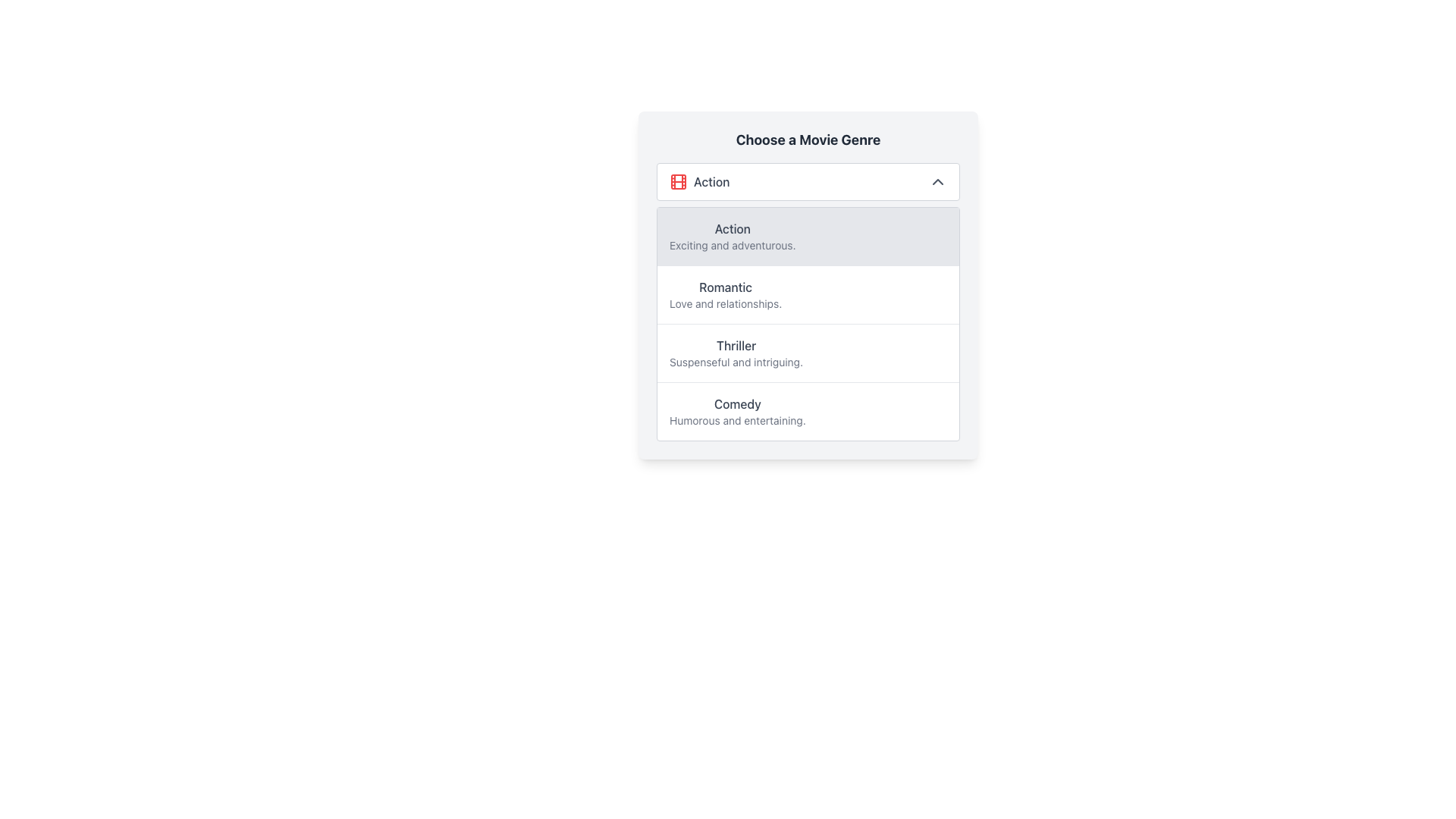 The image size is (1456, 819). I want to click on the selectable option labeled 'Action' in the list of movie genres, so click(807, 237).